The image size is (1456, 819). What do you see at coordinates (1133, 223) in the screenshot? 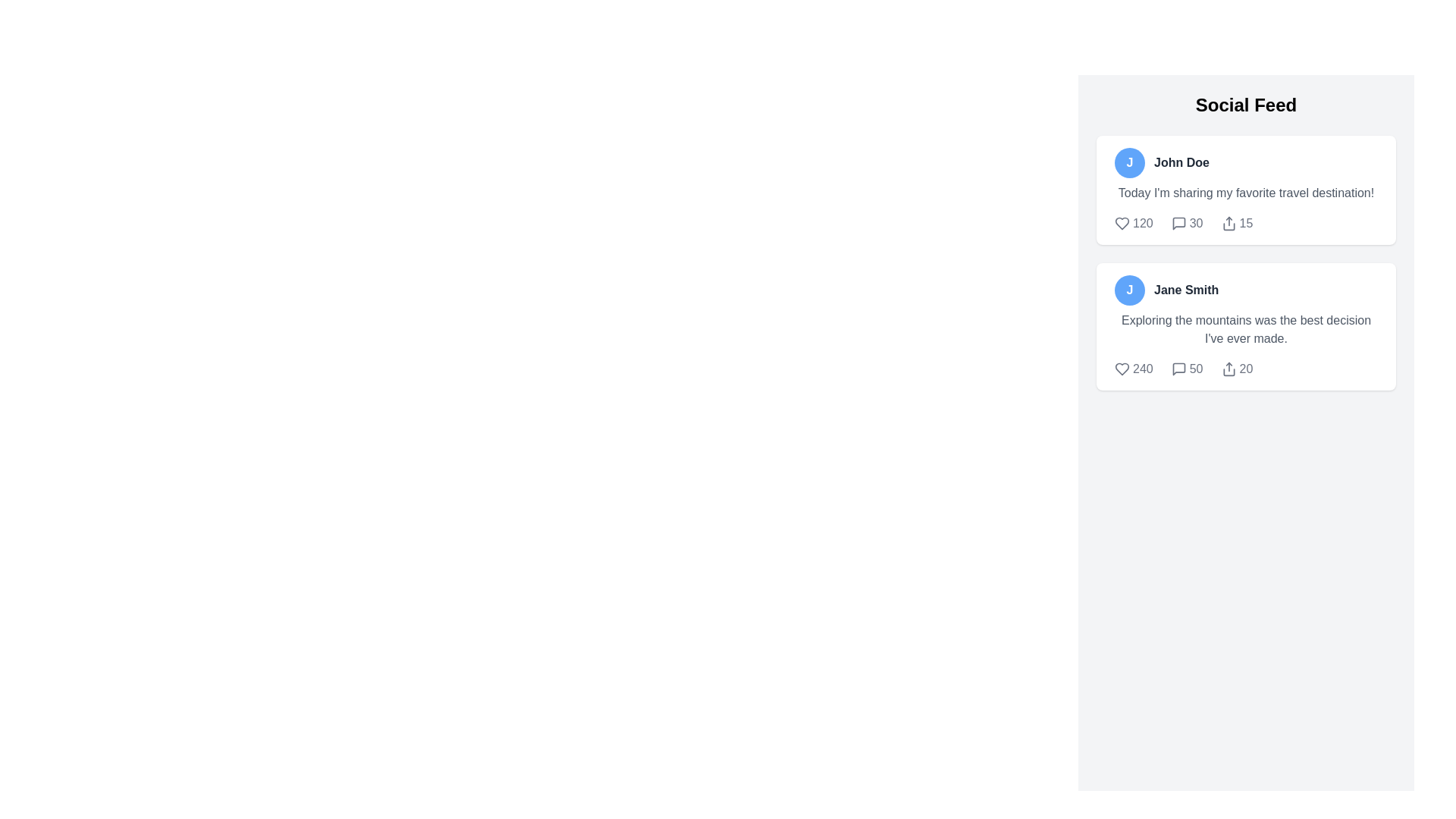
I see `the interactive counter displaying the number of likes for the post by John Doe in the Social Feed section` at bounding box center [1133, 223].